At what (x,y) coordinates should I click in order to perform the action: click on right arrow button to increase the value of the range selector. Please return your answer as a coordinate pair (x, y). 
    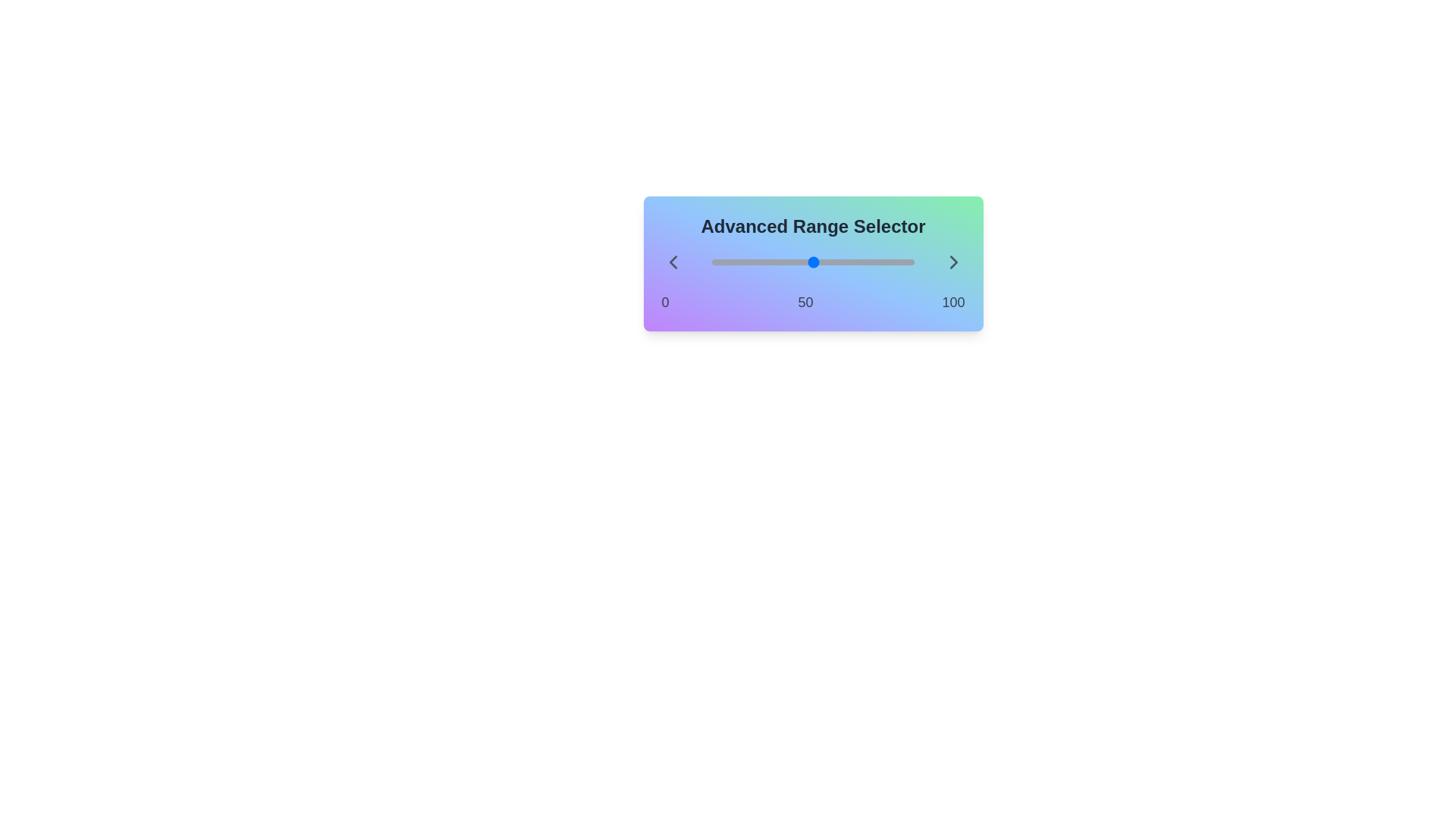
    Looking at the image, I should click on (952, 262).